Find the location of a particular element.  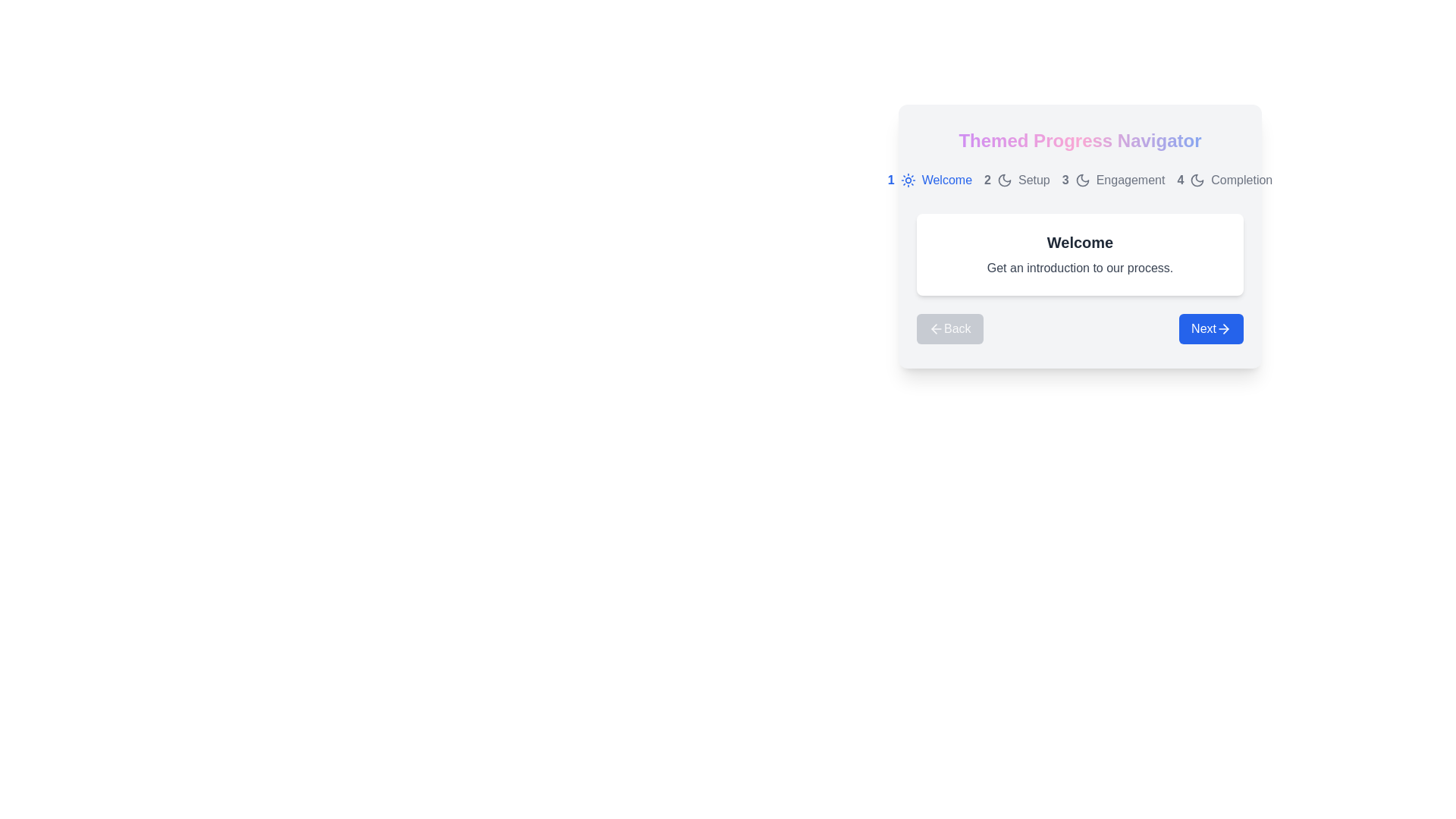

the phase indicator corresponding to phase 4 is located at coordinates (1224, 180).